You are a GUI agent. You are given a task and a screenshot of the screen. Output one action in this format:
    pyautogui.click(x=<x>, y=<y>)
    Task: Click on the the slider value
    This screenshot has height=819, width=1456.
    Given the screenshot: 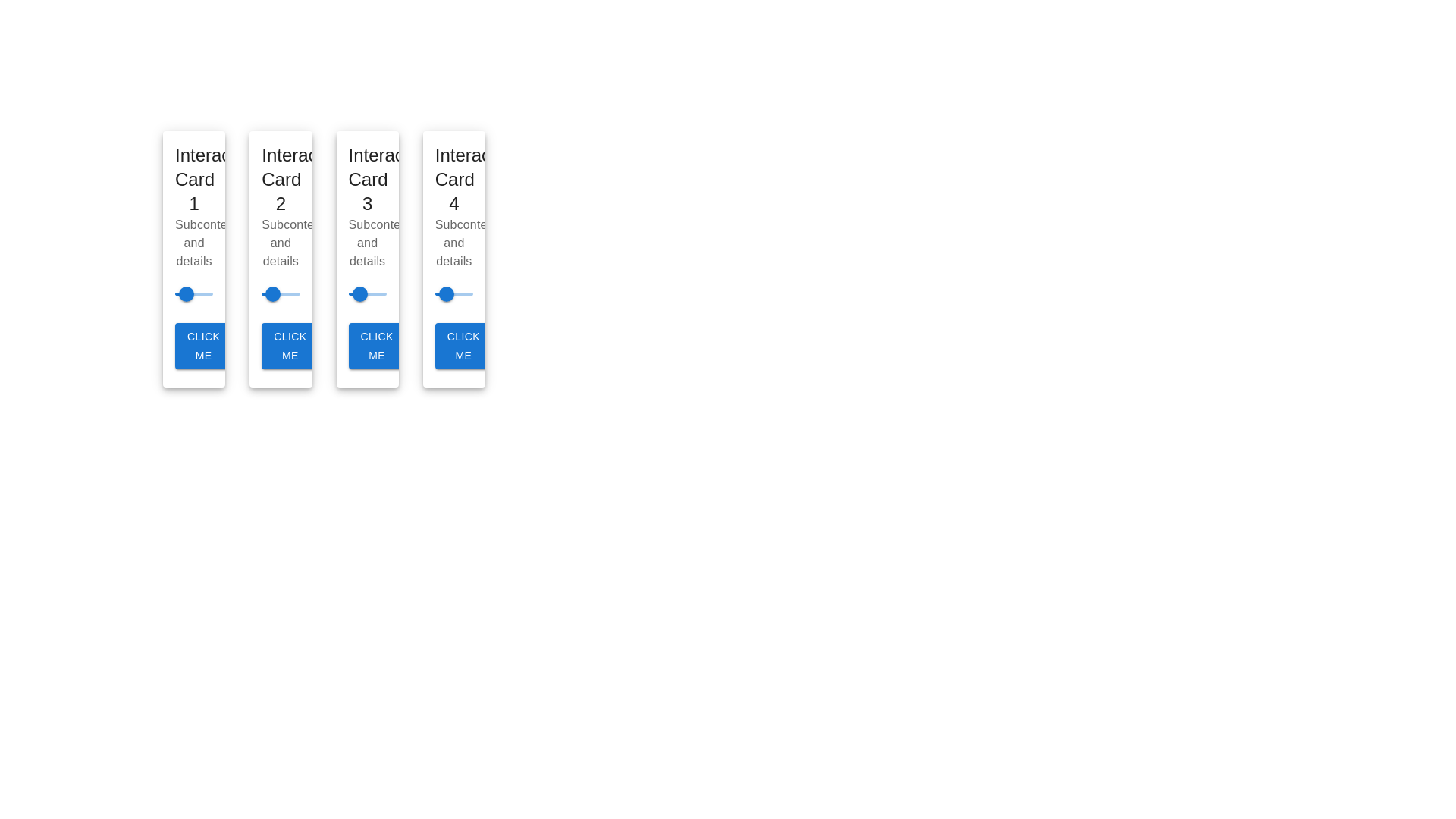 What is the action you would take?
    pyautogui.click(x=376, y=294)
    